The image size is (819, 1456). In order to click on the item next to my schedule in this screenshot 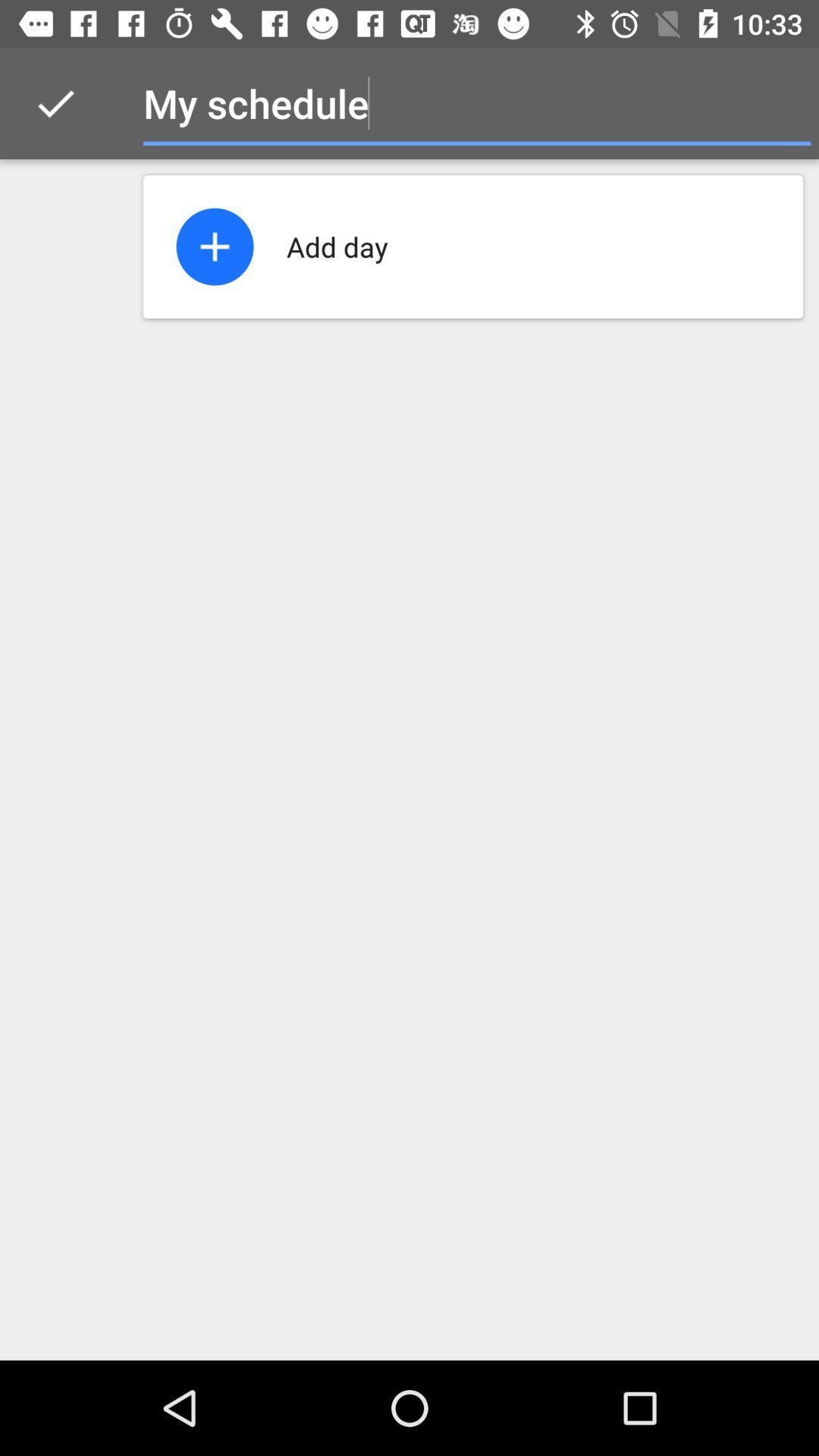, I will do `click(55, 102)`.